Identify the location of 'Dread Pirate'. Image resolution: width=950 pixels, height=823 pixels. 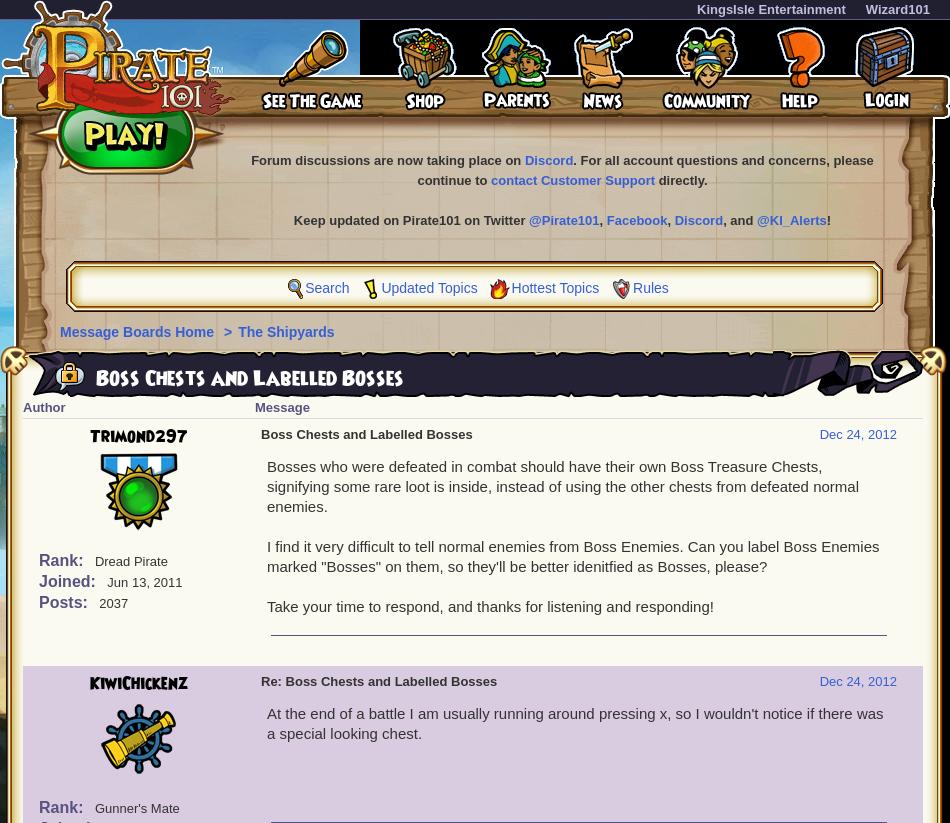
(130, 560).